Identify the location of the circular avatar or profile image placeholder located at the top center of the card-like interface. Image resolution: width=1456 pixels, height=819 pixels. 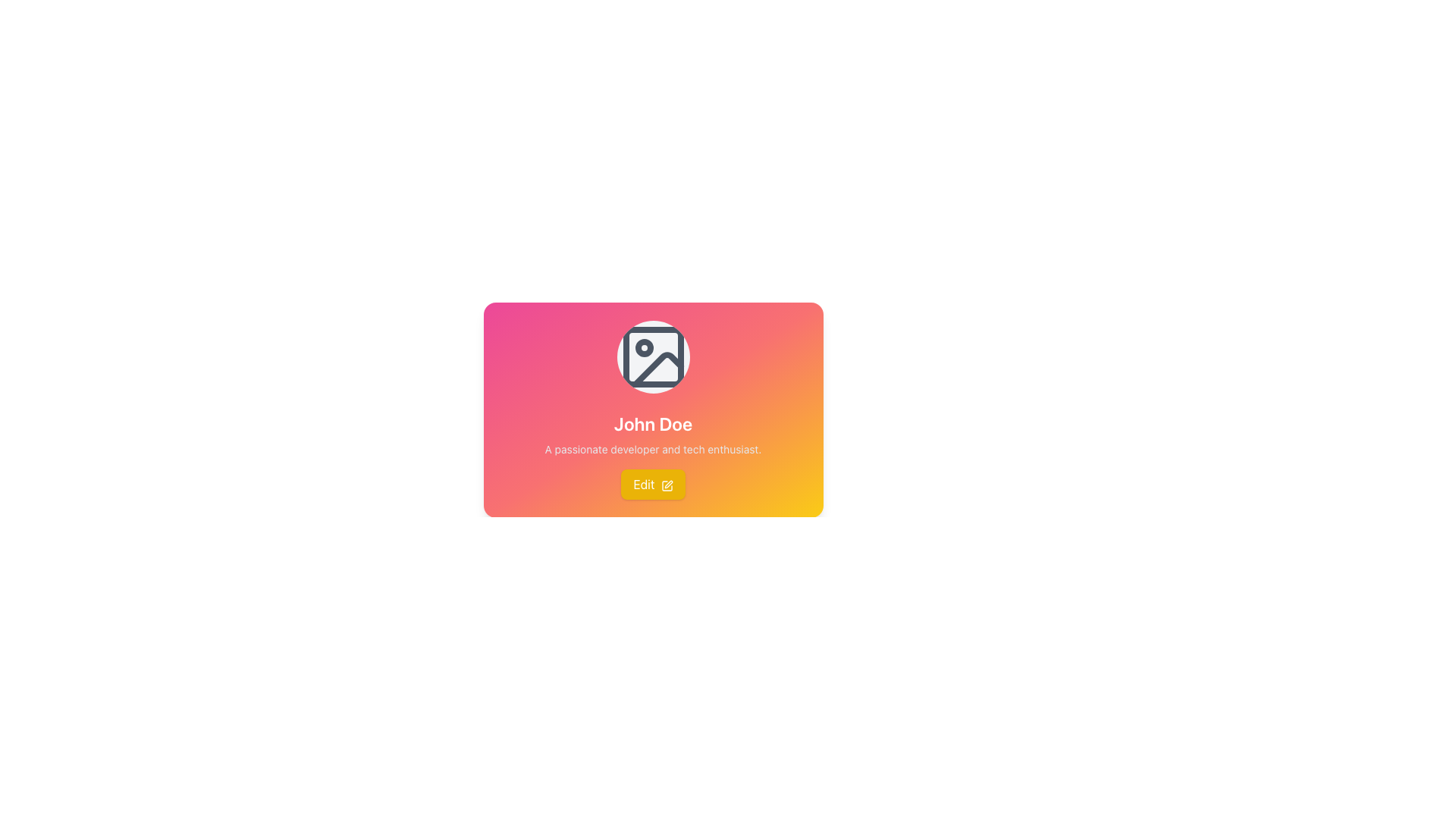
(653, 356).